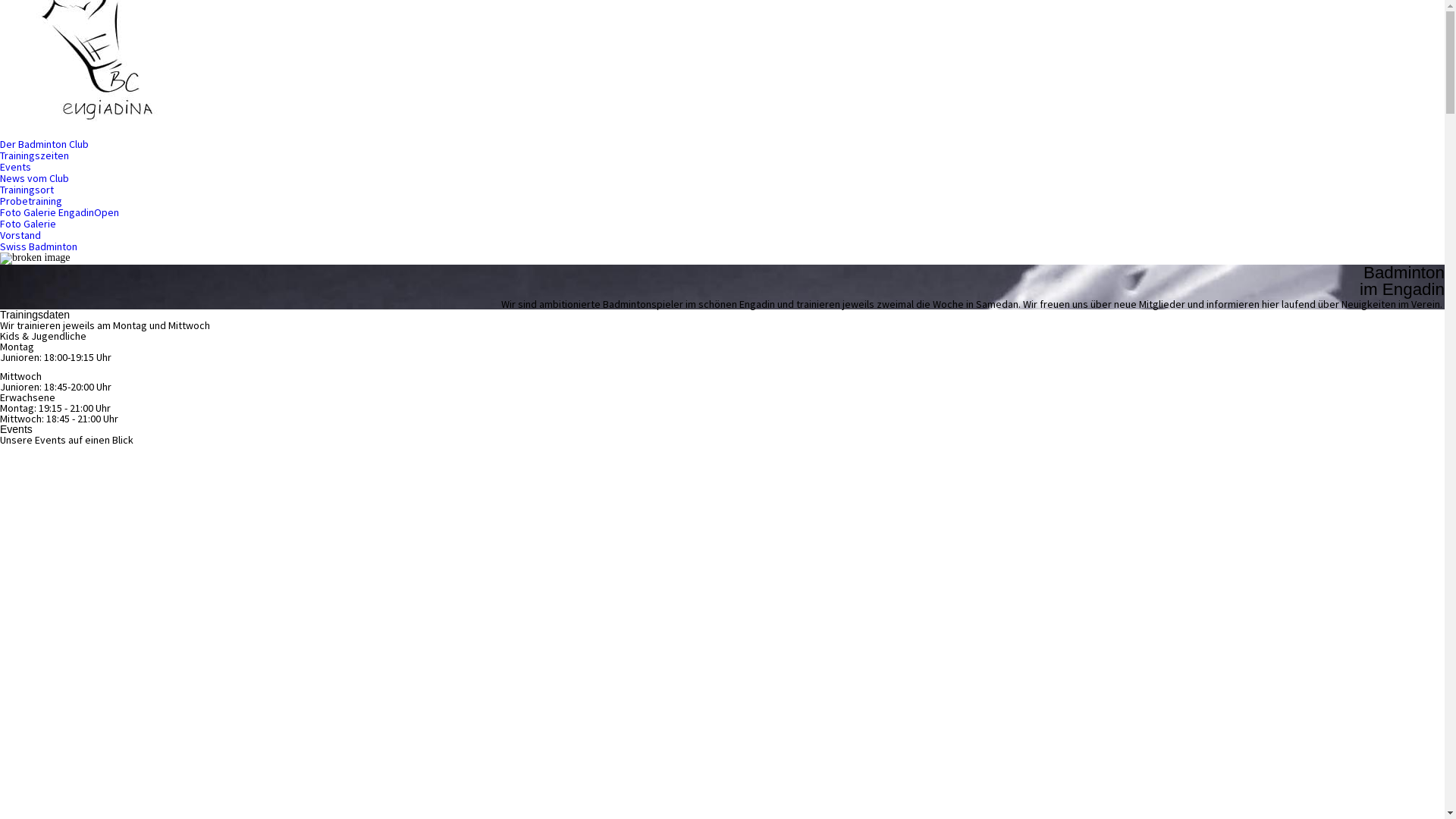 The image size is (1456, 819). What do you see at coordinates (59, 212) in the screenshot?
I see `'Foto Galerie EngadinOpen'` at bounding box center [59, 212].